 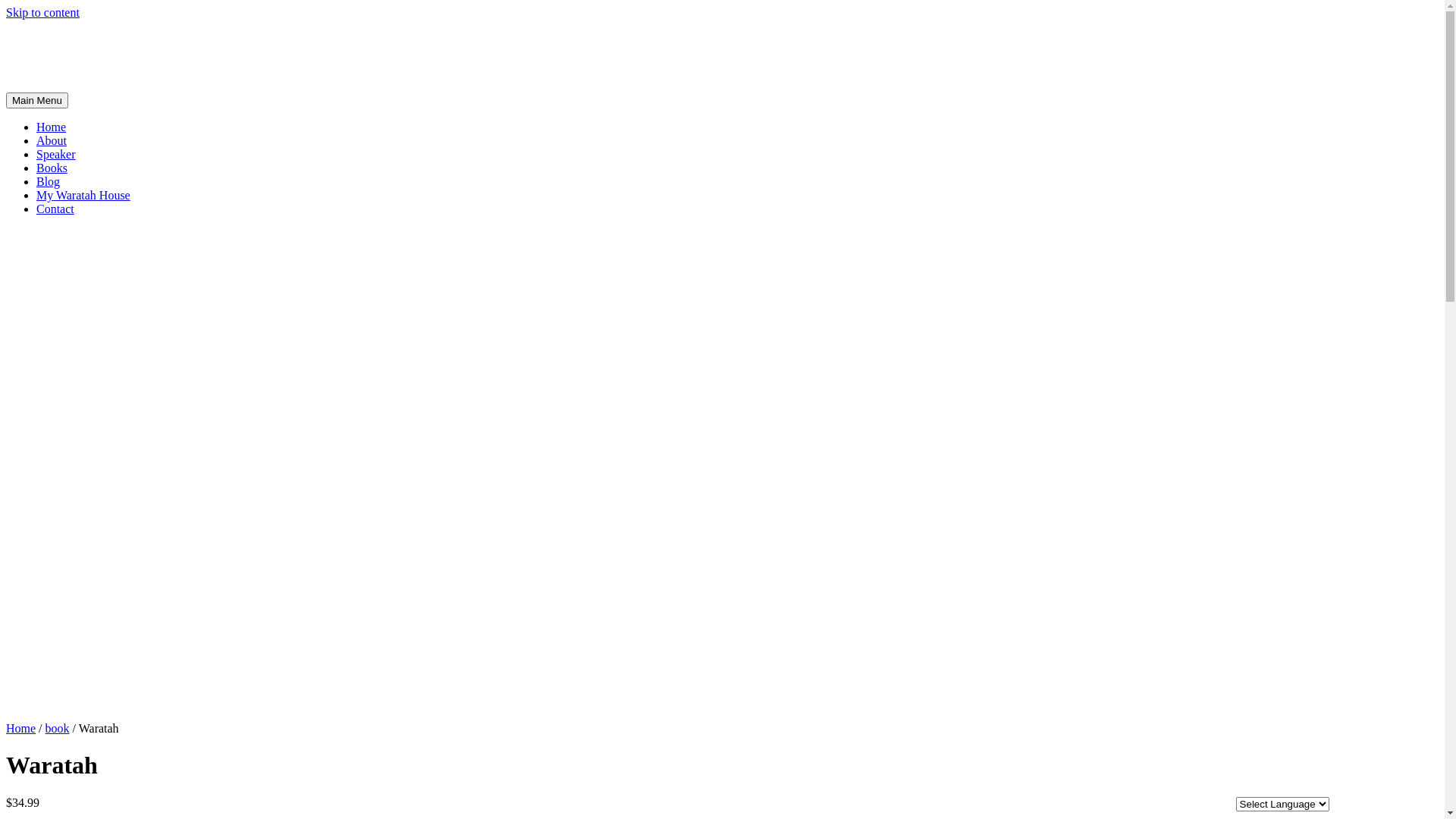 I want to click on 'Contact', so click(x=55, y=209).